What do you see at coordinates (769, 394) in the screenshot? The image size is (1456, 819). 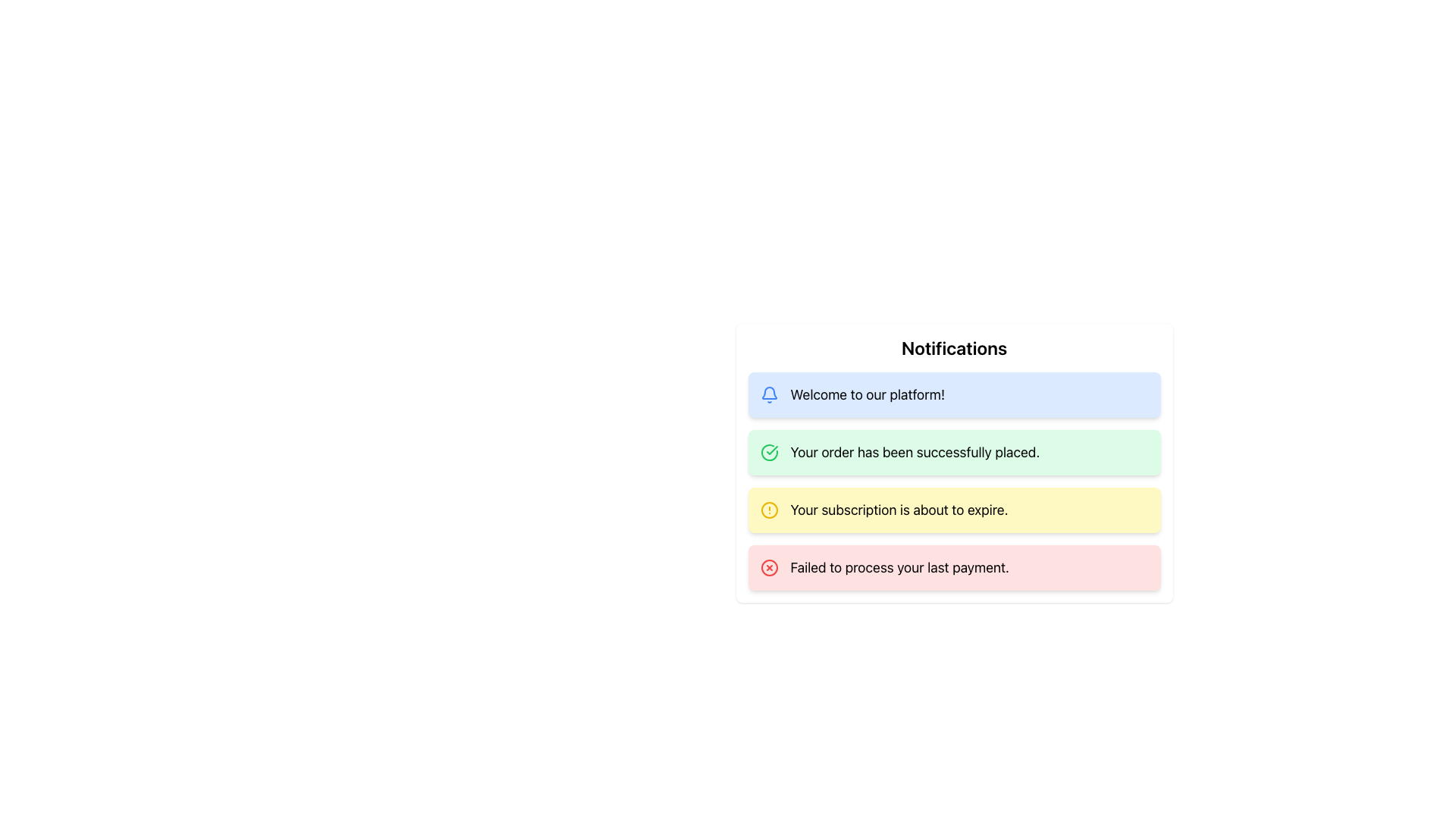 I see `the notification icon that signifies an alert, located in the first notification card with a light blue background, which contains the text 'Welcome to our platform!'` at bounding box center [769, 394].